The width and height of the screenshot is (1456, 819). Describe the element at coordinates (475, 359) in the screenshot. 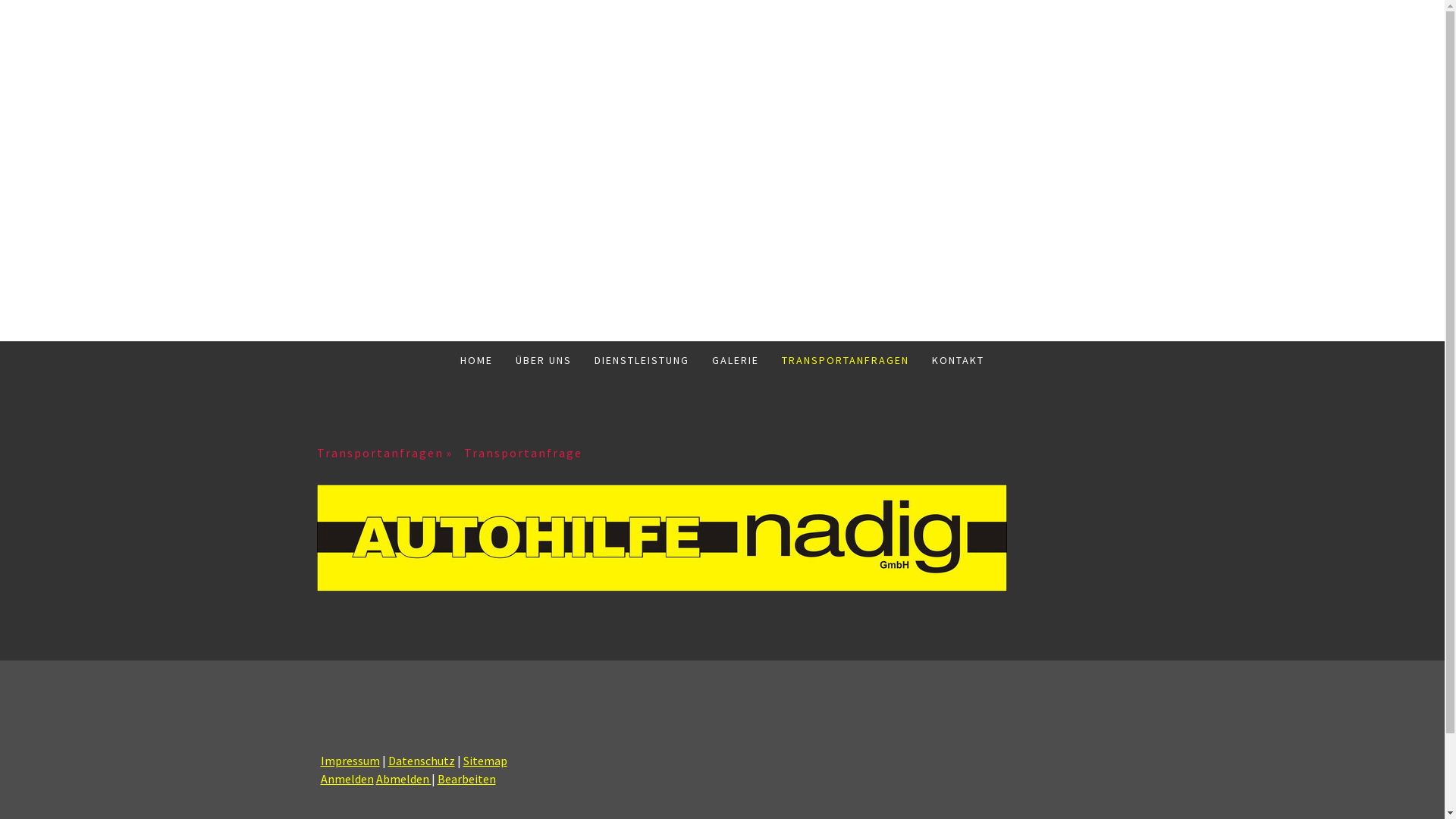

I see `'HOME'` at that location.